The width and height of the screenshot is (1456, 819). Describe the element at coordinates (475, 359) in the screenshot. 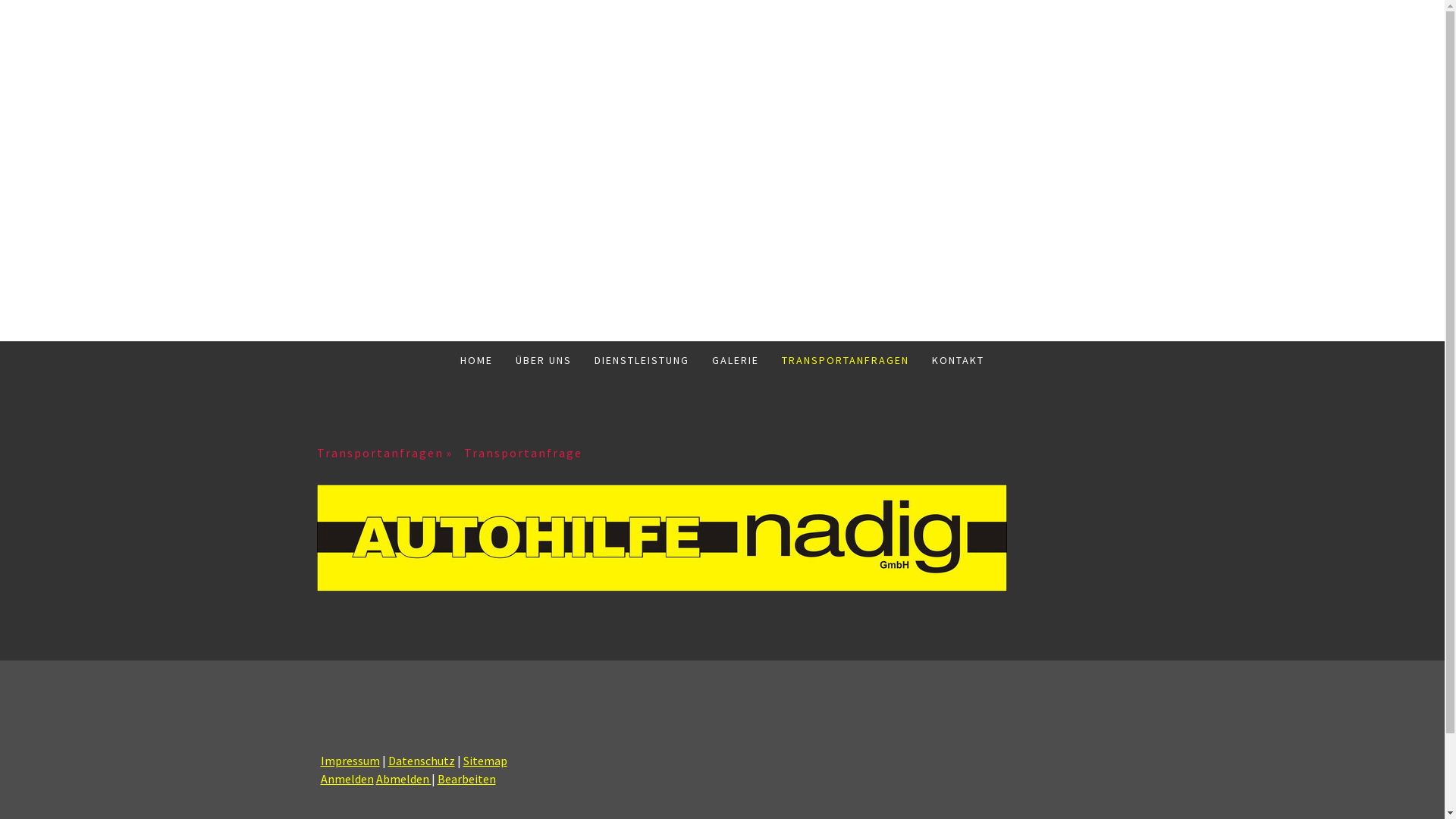

I see `'HOME'` at that location.